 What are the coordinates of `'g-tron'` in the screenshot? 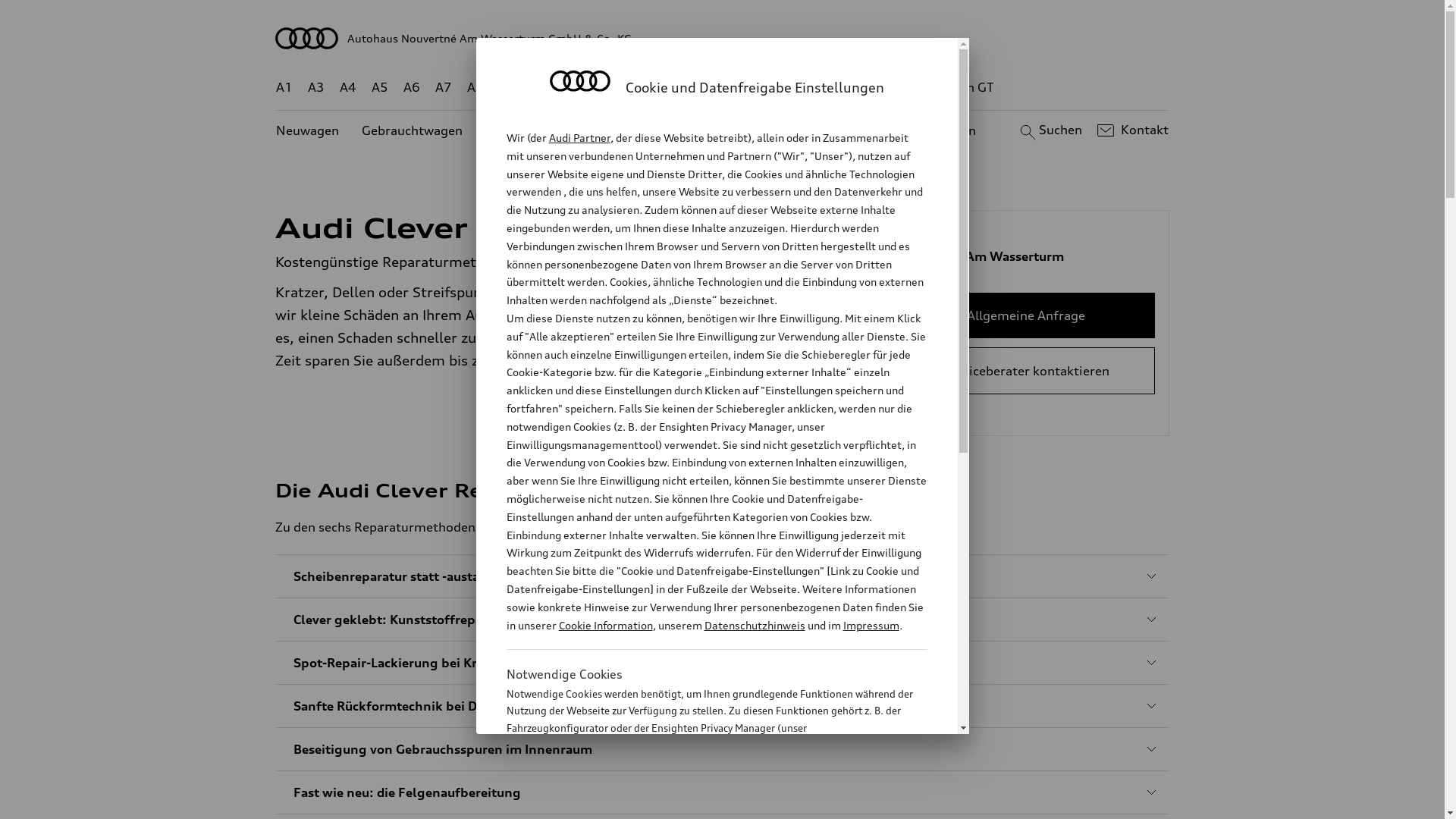 It's located at (902, 87).